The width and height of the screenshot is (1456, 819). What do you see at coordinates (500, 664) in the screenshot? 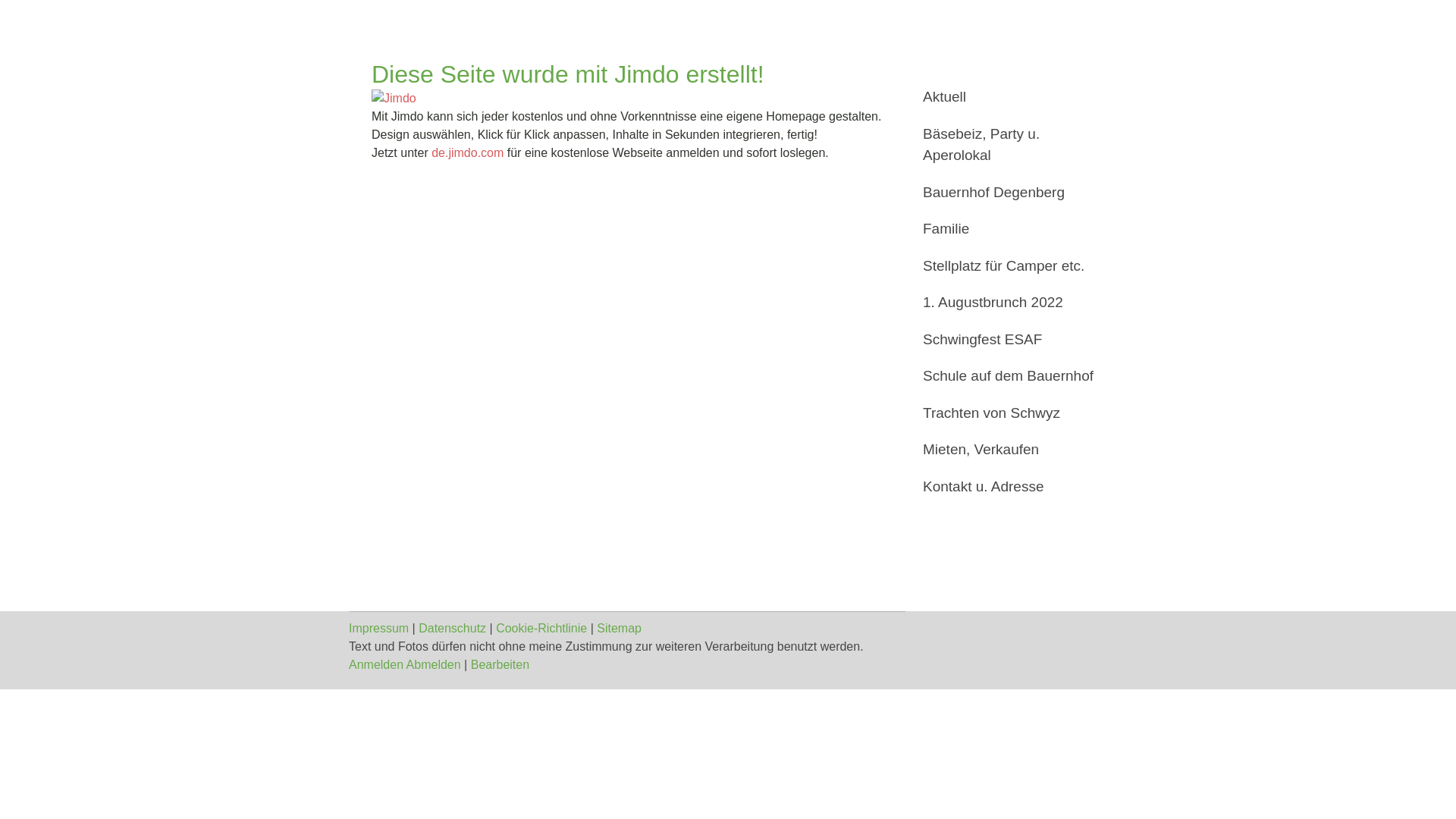
I see `'Bearbeiten'` at bounding box center [500, 664].